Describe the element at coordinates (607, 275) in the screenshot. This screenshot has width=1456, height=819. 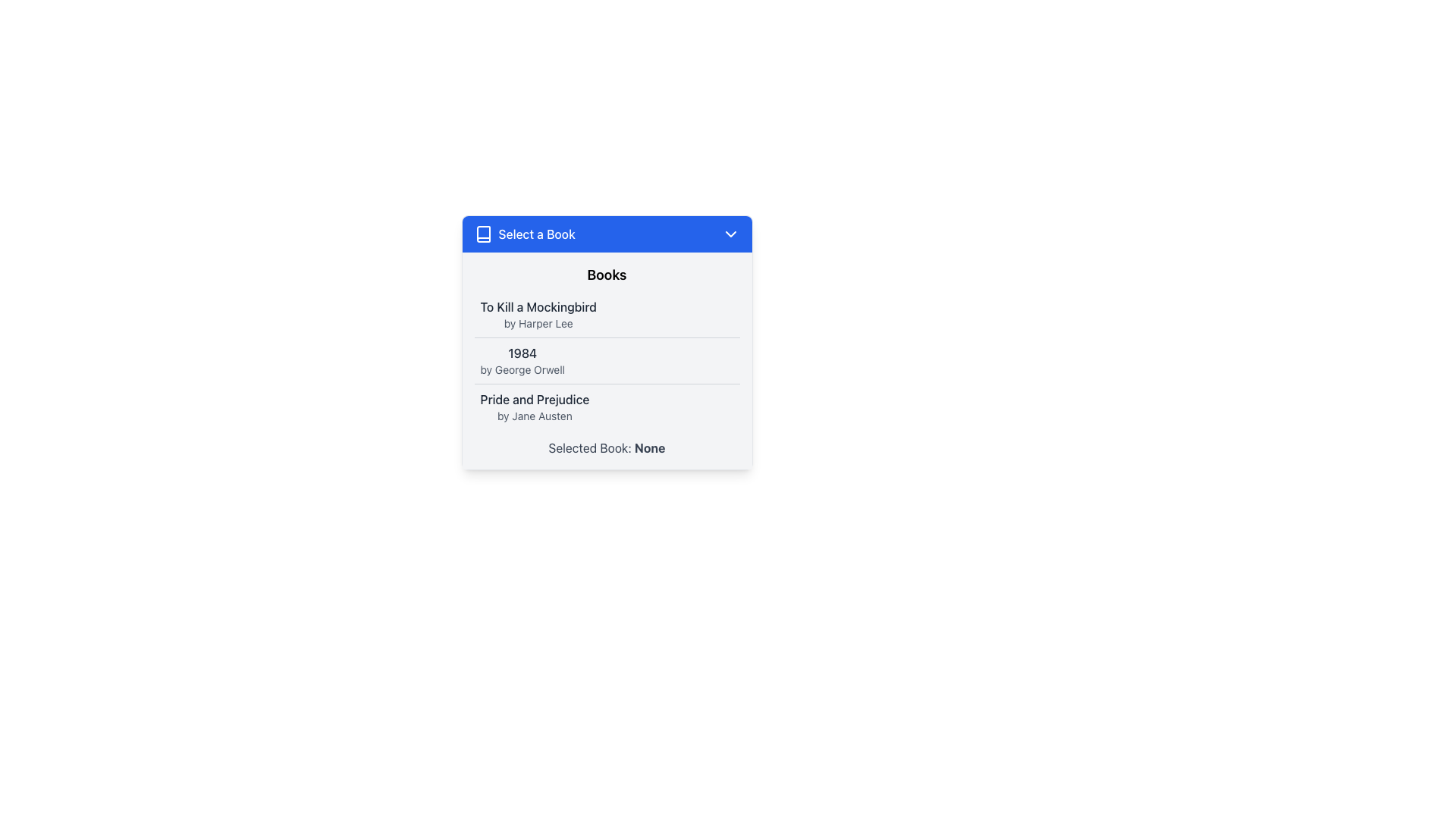
I see `the text heading 'Books' which is styled in bold and large font at the top of the panel, serving as a heading for the list of book titles` at that location.